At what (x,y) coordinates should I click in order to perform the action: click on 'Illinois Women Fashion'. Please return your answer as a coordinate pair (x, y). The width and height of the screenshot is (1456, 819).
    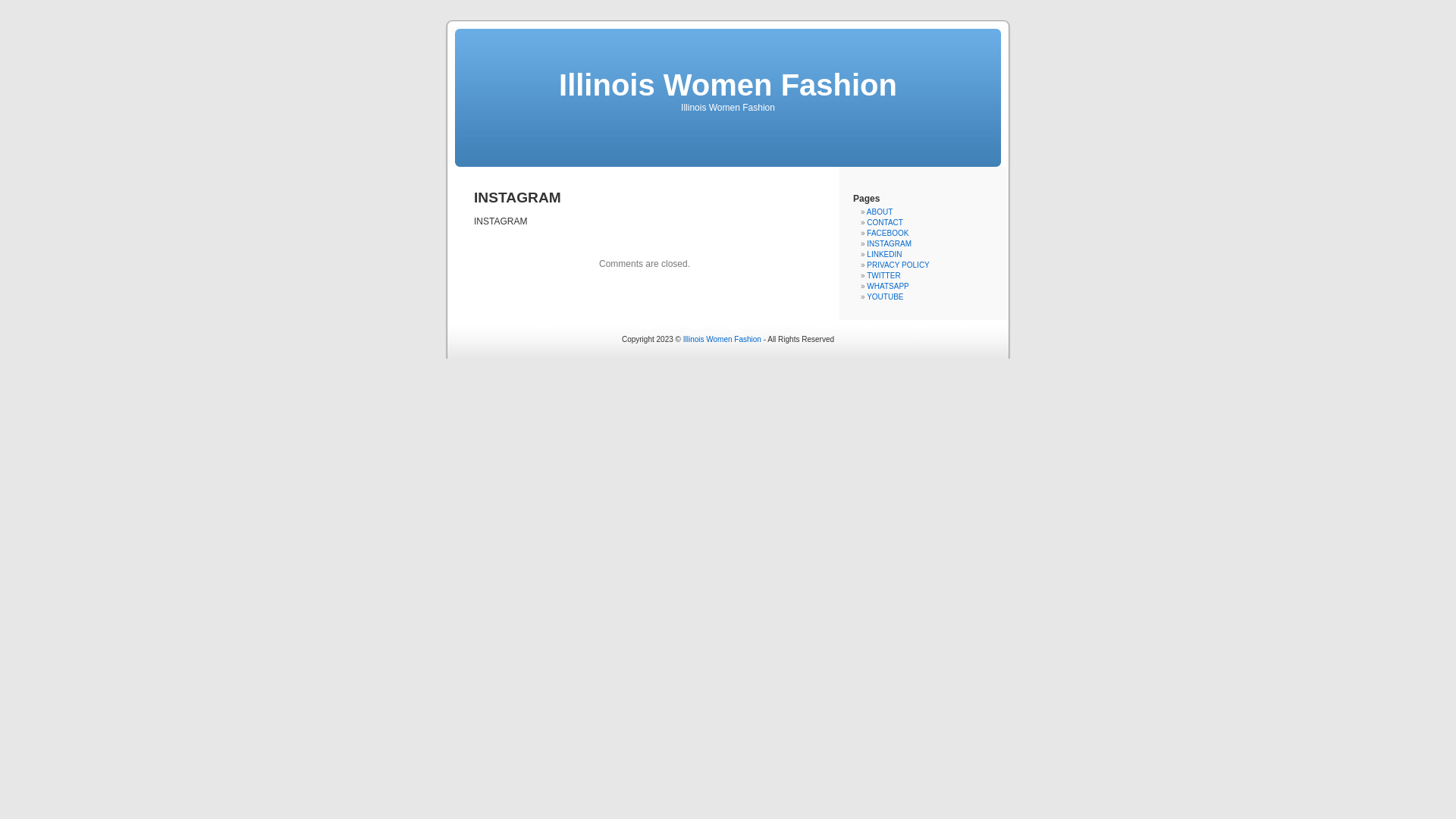
    Looking at the image, I should click on (728, 84).